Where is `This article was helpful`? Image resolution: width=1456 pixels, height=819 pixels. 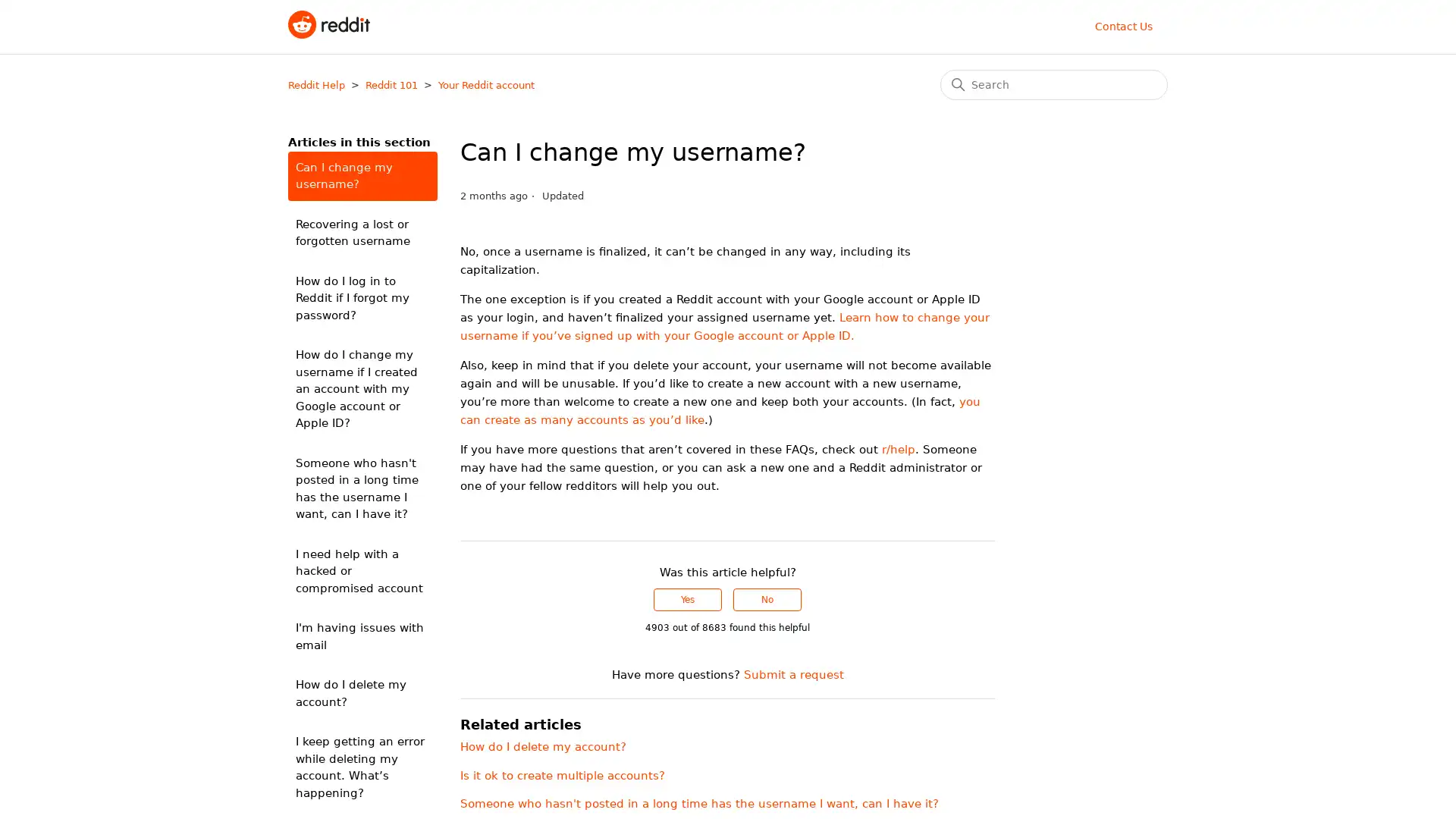 This article was helpful is located at coordinates (687, 598).